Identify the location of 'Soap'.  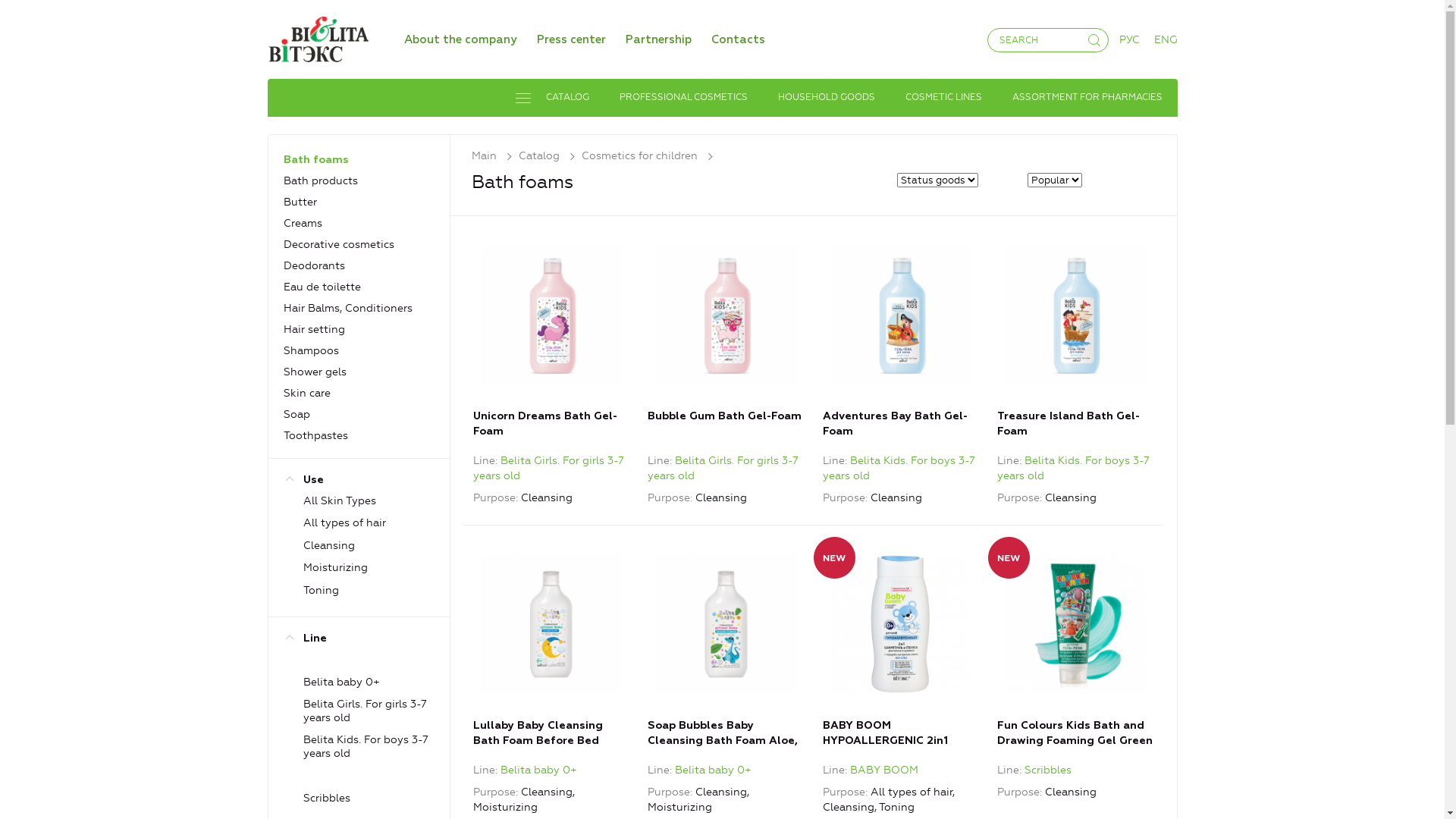
(284, 414).